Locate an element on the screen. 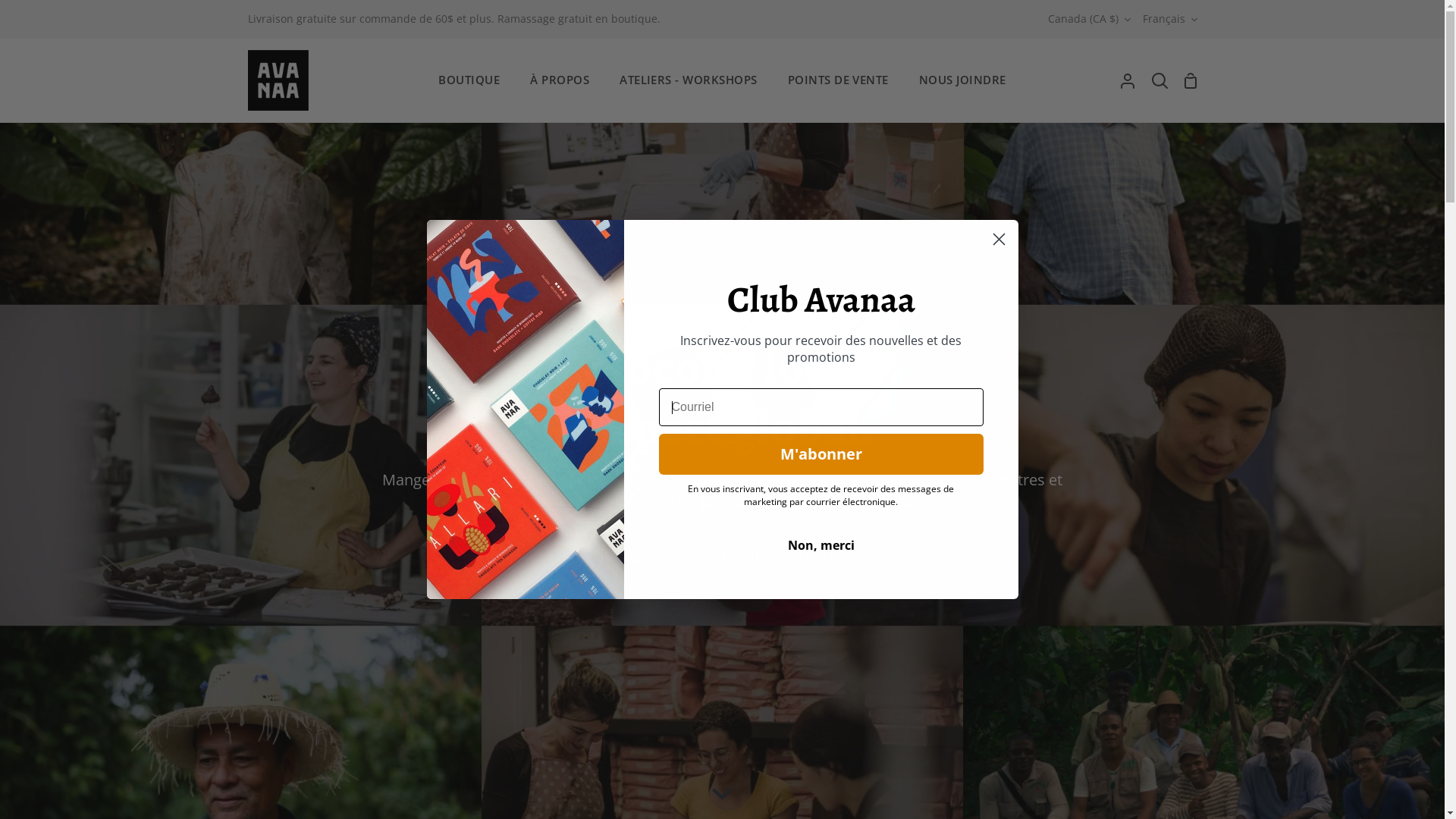  'Mon compte' is located at coordinates (1128, 80).